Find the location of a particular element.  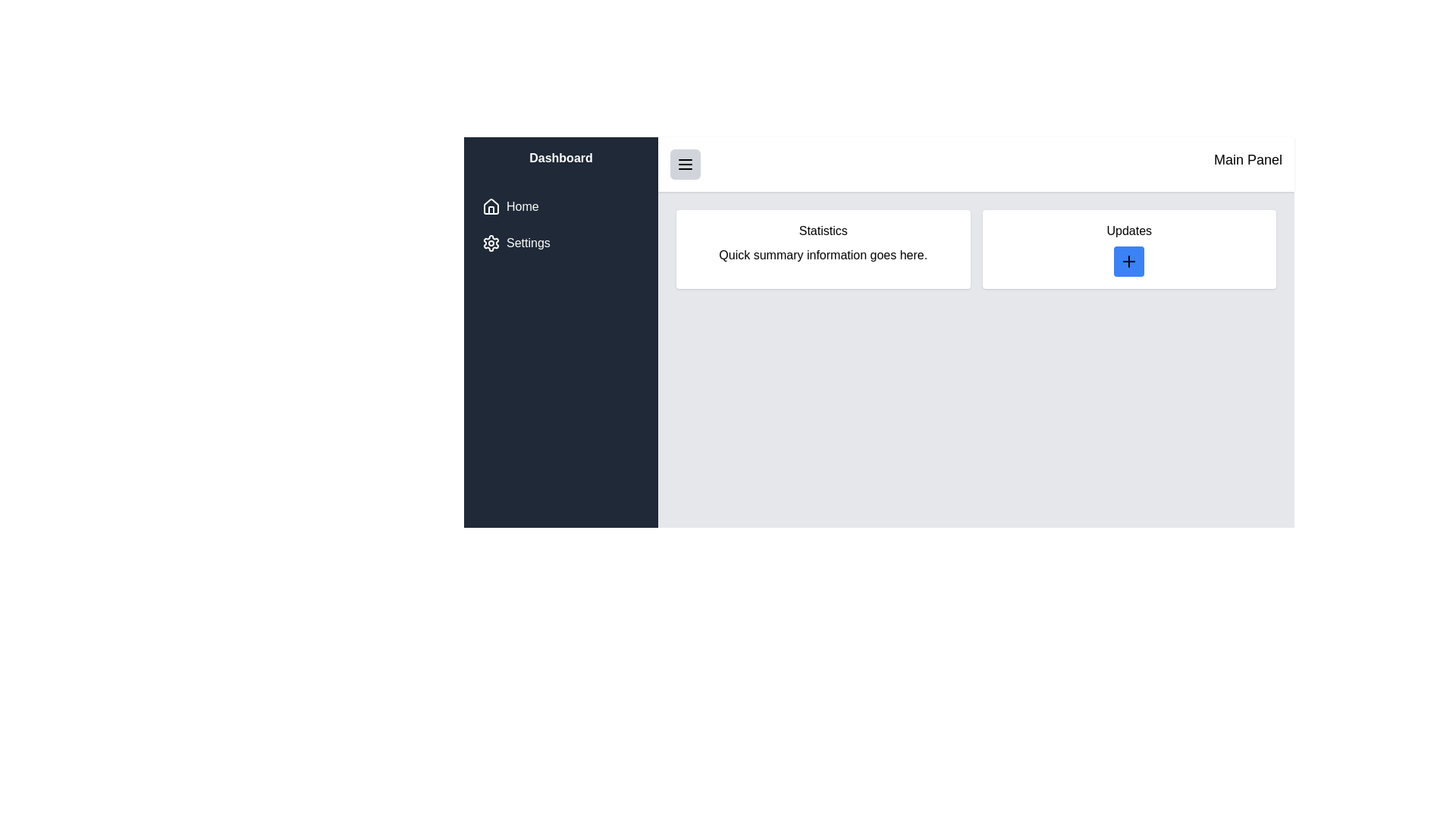

the blue button within the card labeled 'Updates' is located at coordinates (1128, 248).